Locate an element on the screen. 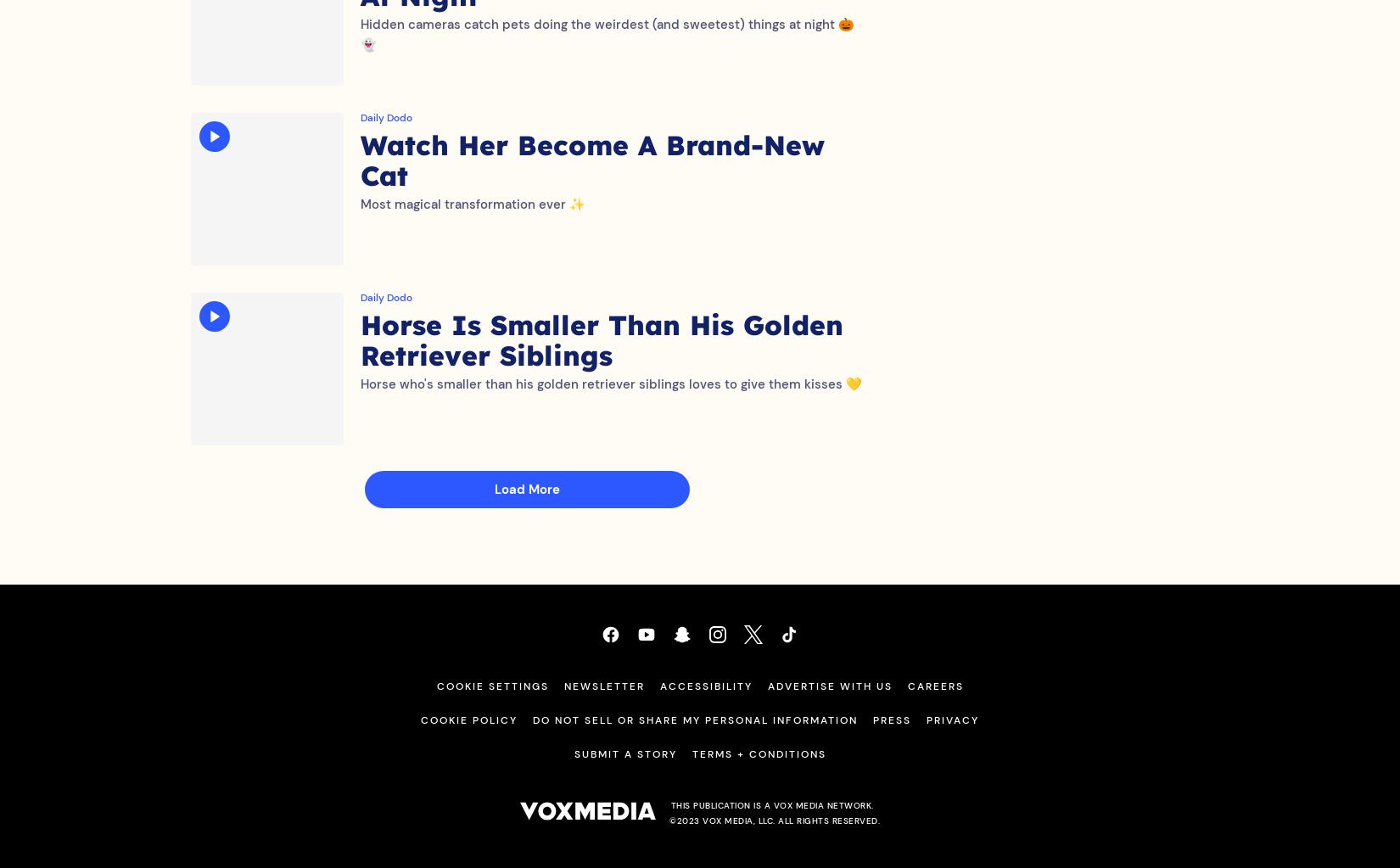 The height and width of the screenshot is (868, 1400). 'Horse who's smaller than his golden retriever siblings loves to give them kisses 💛' is located at coordinates (610, 401).